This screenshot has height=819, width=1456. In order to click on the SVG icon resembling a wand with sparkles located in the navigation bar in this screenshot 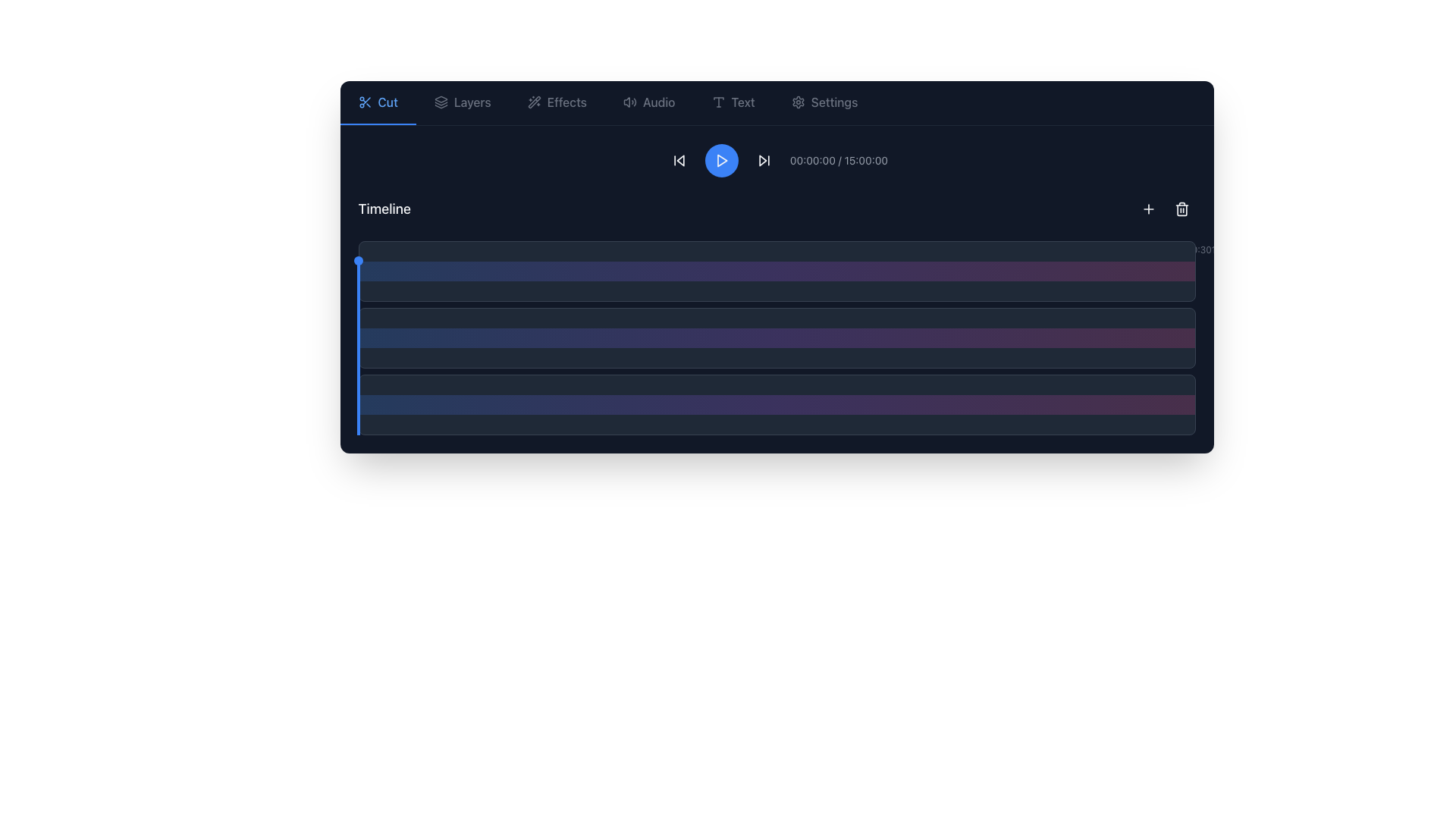, I will do `click(534, 102)`.